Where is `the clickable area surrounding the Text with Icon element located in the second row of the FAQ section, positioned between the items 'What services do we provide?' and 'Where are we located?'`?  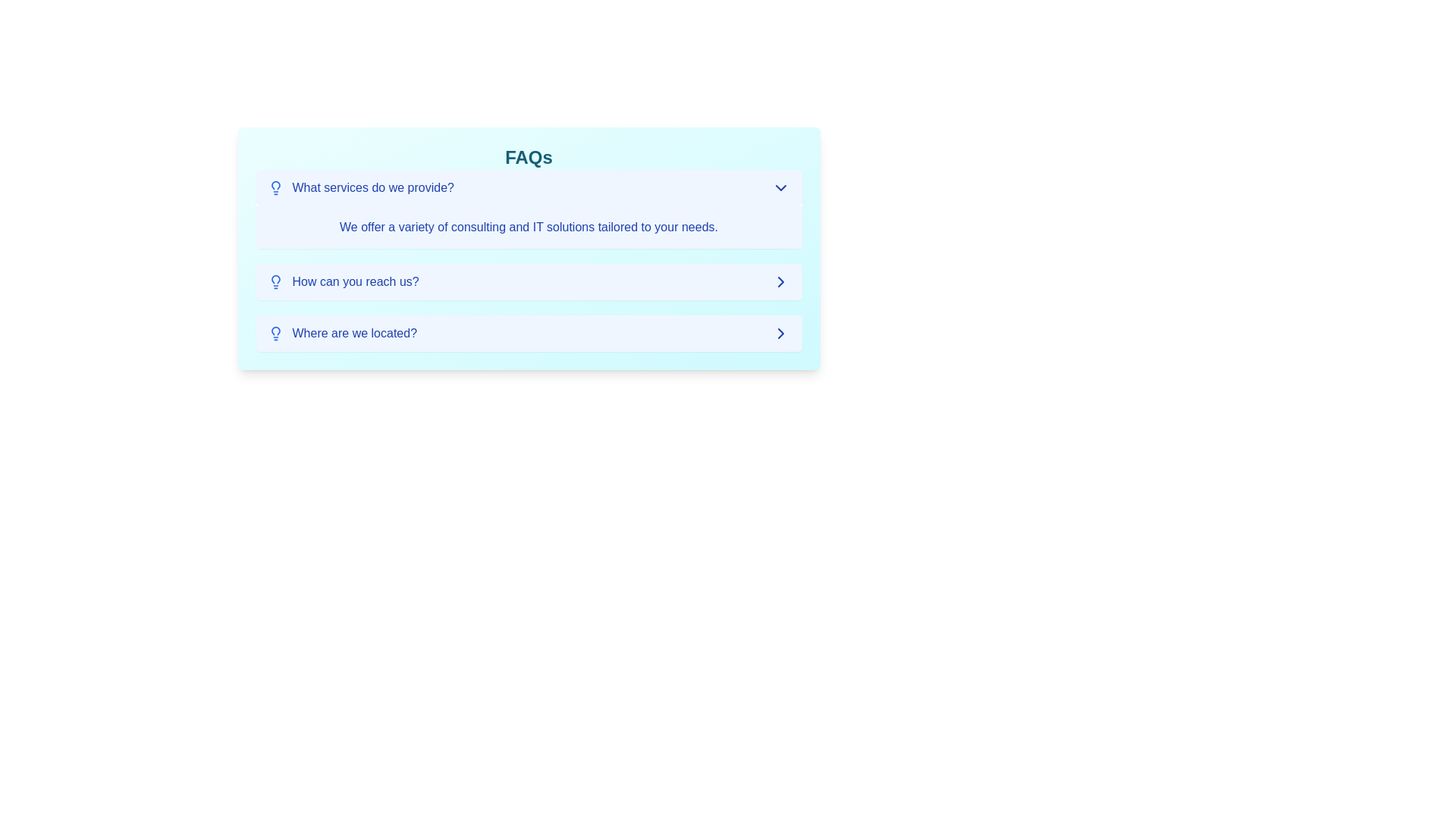 the clickable area surrounding the Text with Icon element located in the second row of the FAQ section, positioned between the items 'What services do we provide?' and 'Where are we located?' is located at coordinates (343, 281).